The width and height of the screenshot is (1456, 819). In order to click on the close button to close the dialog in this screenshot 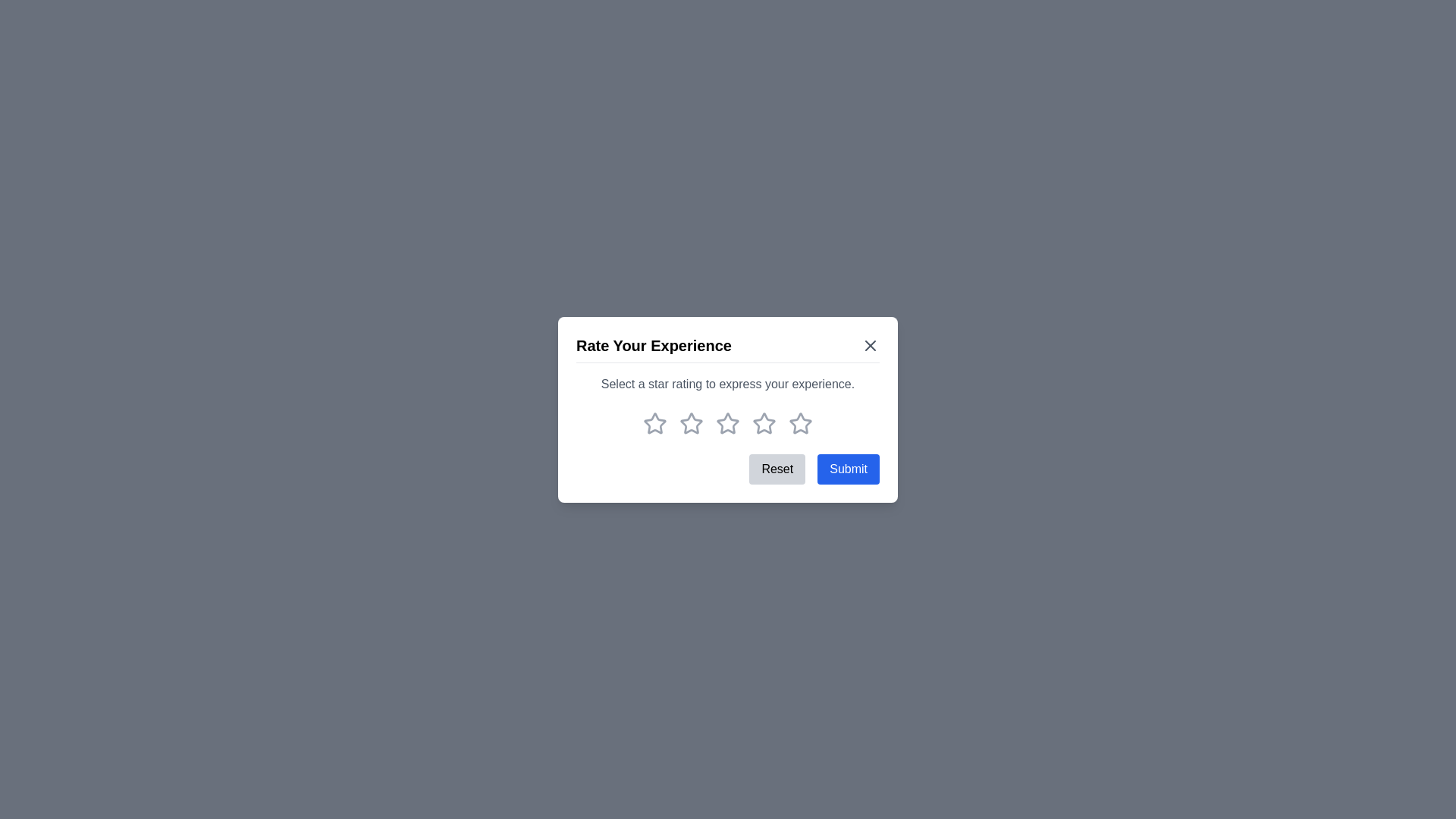, I will do `click(870, 345)`.